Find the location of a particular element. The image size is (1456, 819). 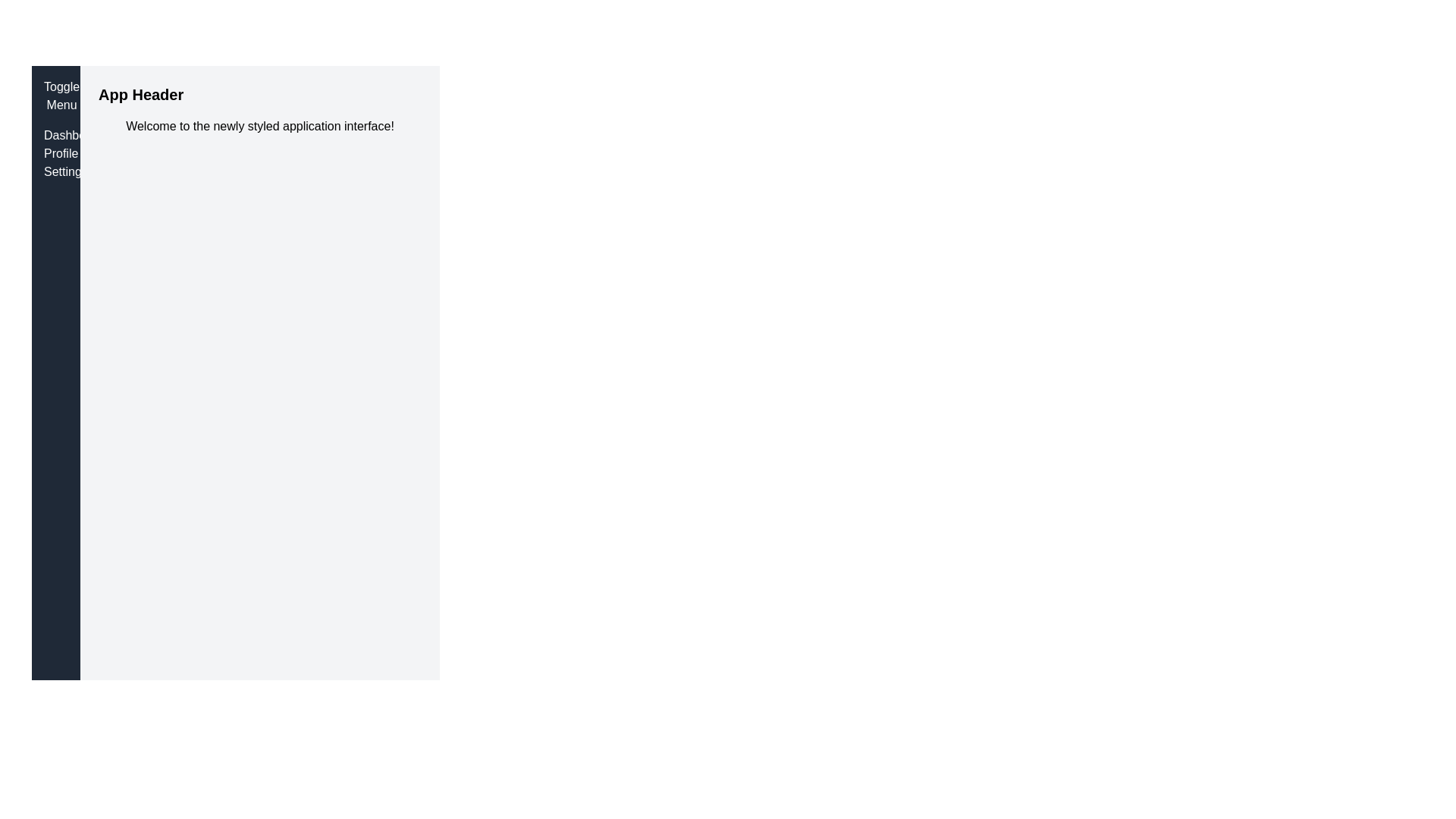

the static text block displaying 'Welcome to the newly styled application interface!', which is located below the 'App Header' is located at coordinates (259, 125).